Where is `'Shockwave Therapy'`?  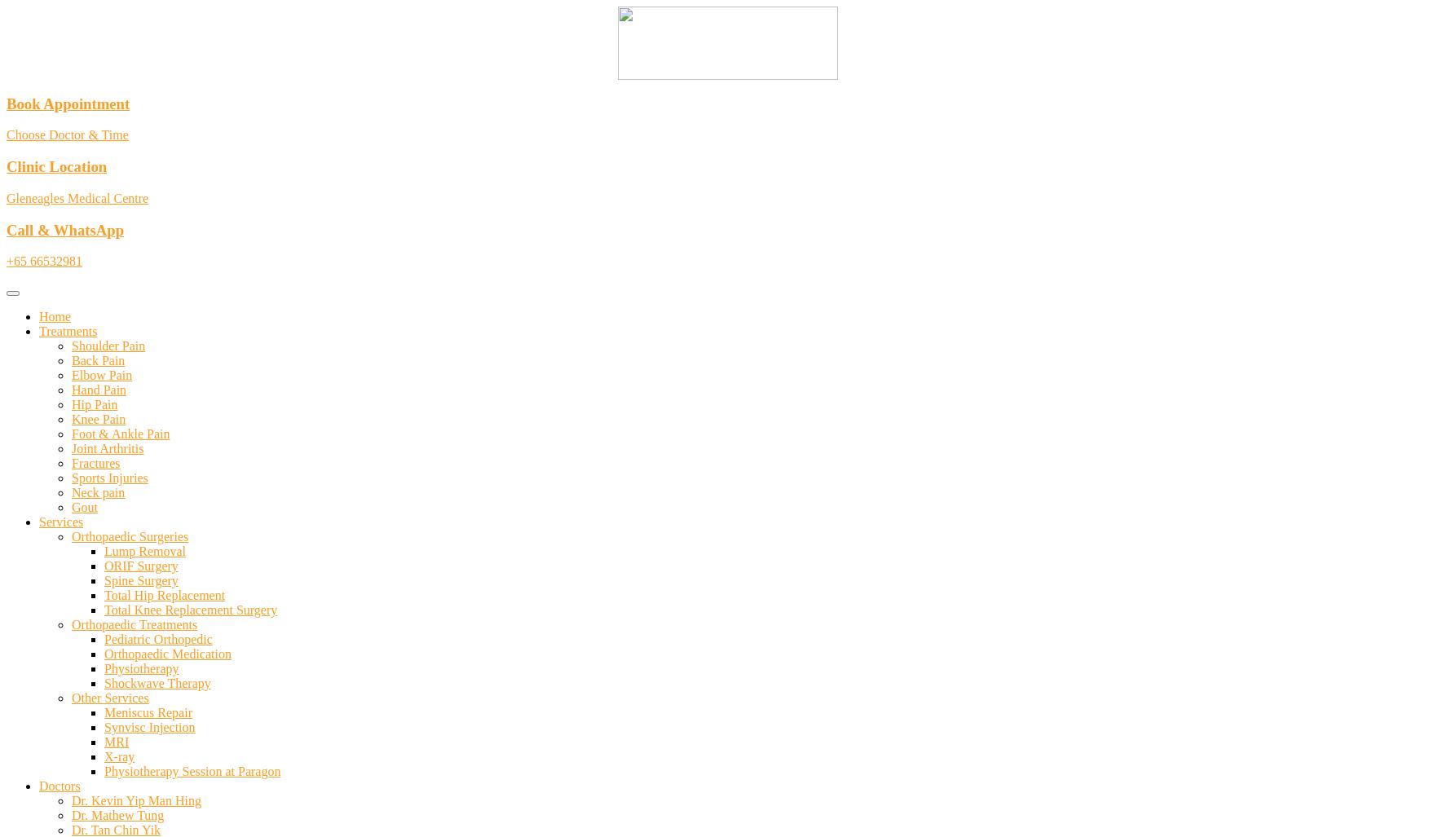 'Shockwave Therapy' is located at coordinates (157, 683).